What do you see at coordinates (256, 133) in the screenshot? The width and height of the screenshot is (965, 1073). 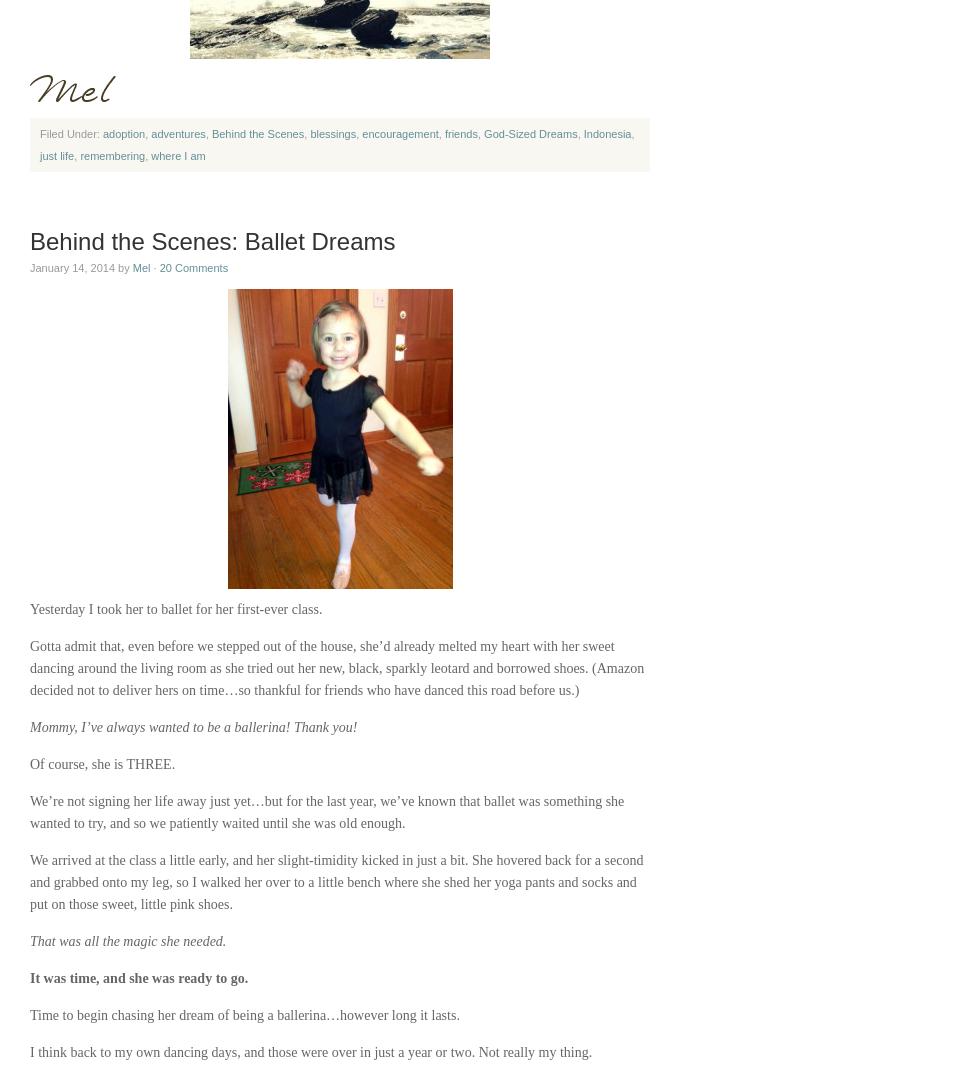 I see `'Behind the Scenes'` at bounding box center [256, 133].